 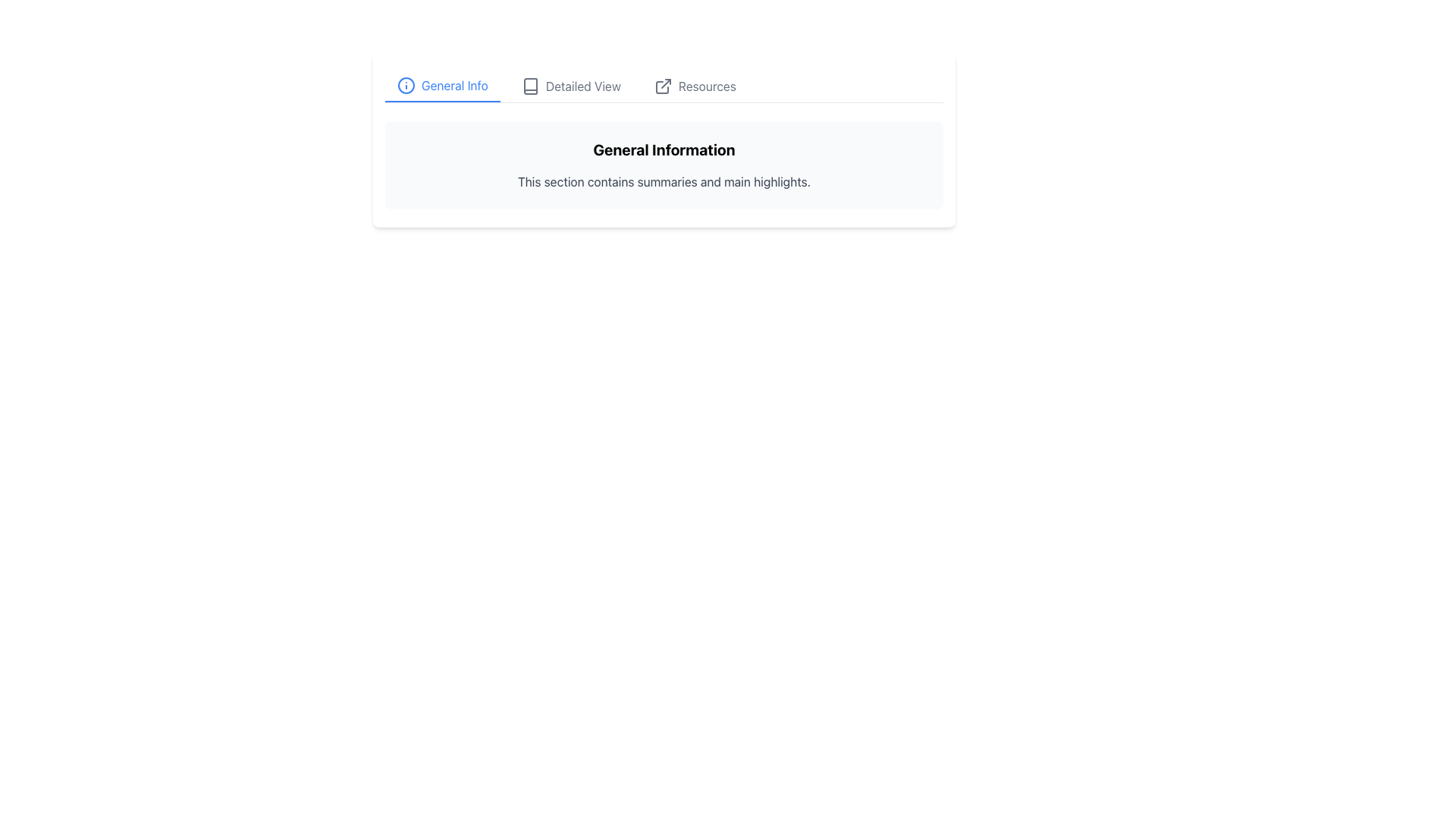 I want to click on the small, monochromatic book icon located to the left of the 'Detailed View' label in the tab section of the interface, so click(x=530, y=86).